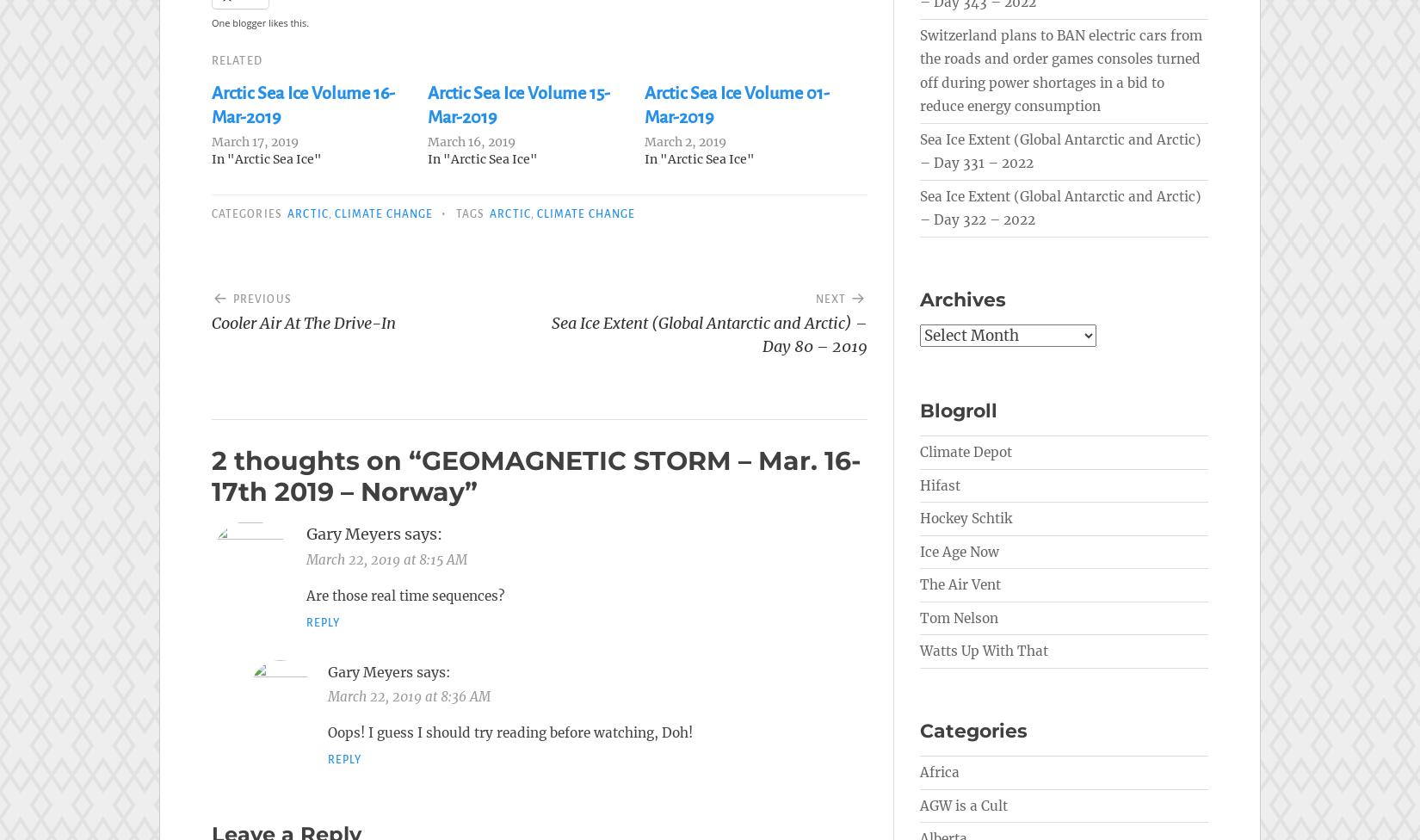  Describe the element at coordinates (232, 300) in the screenshot. I see `'Previous'` at that location.